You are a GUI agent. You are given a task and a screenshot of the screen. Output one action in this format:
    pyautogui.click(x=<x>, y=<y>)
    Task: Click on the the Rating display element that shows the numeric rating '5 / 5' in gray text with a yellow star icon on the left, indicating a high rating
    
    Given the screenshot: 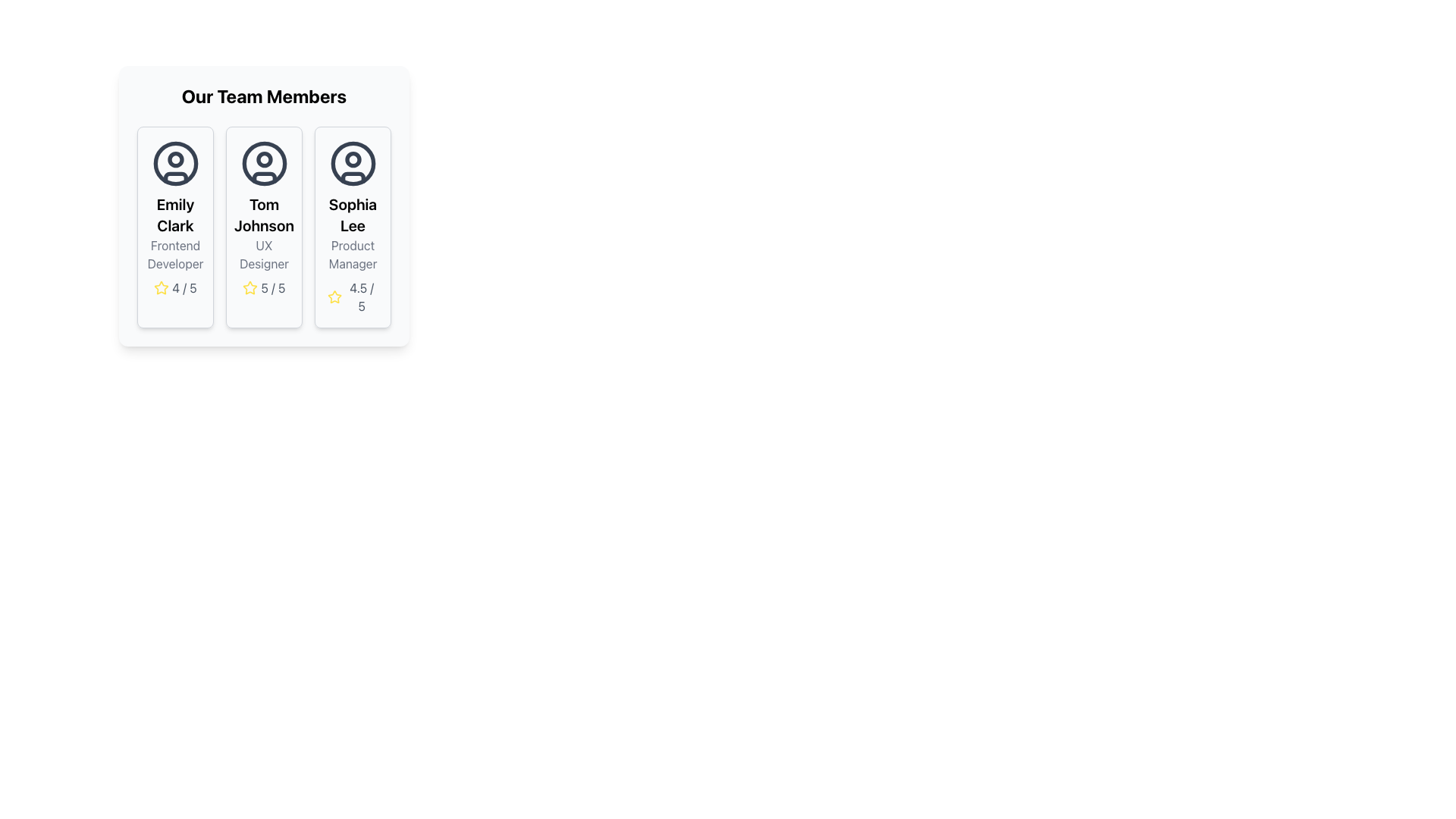 What is the action you would take?
    pyautogui.click(x=264, y=288)
    